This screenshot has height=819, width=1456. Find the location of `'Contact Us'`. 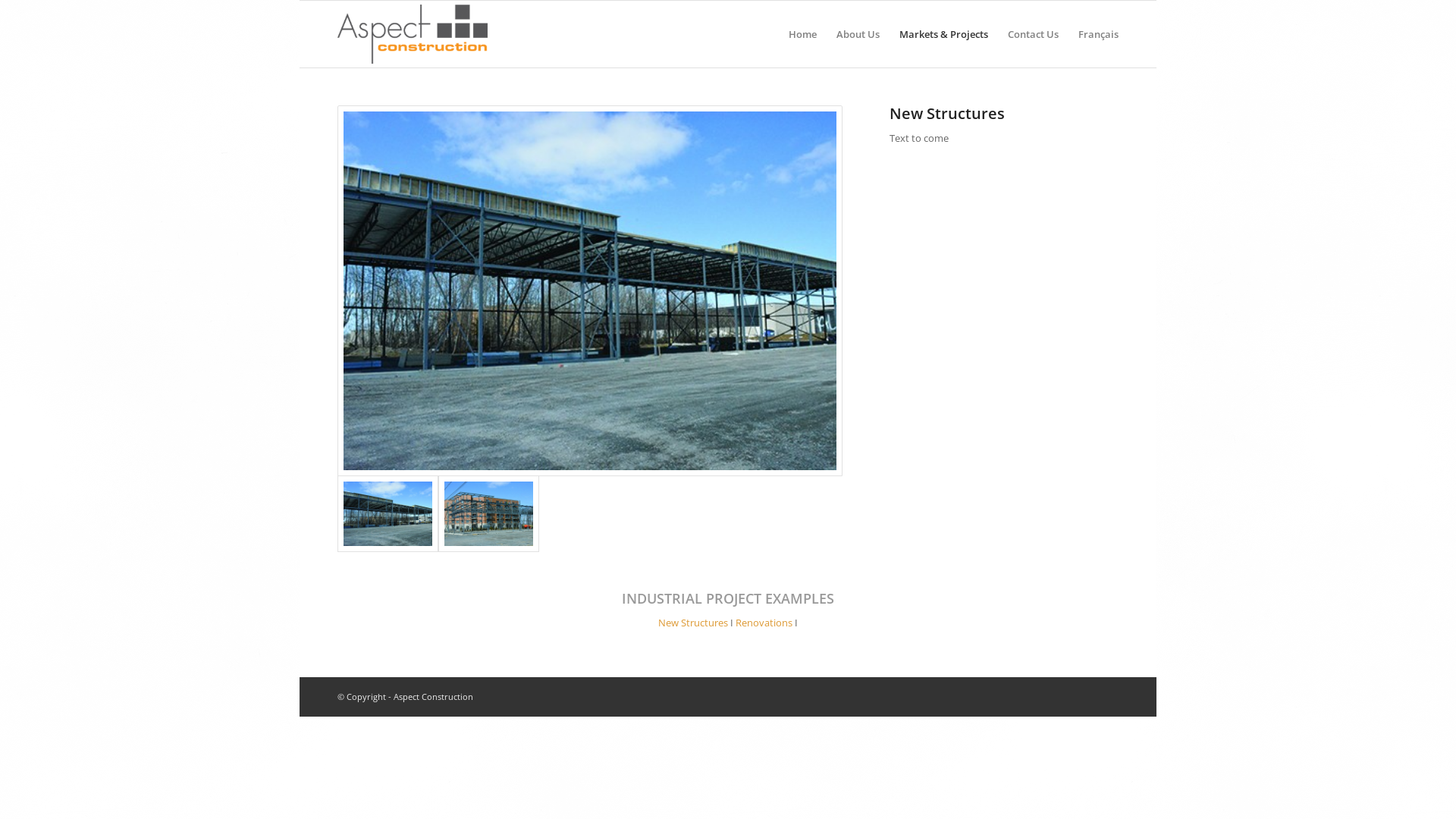

'Contact Us' is located at coordinates (1032, 34).